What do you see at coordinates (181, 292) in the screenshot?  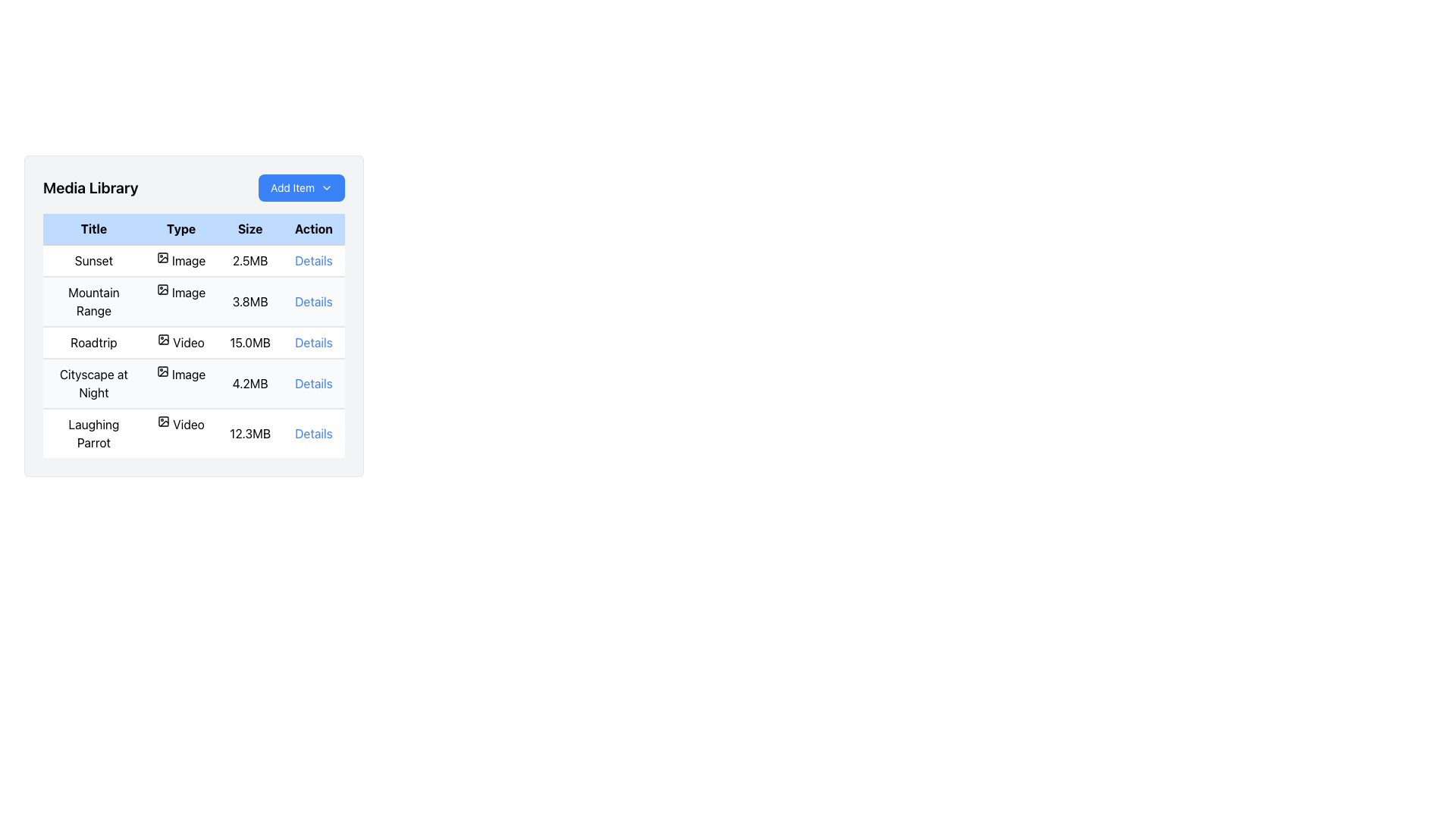 I see `the button-like graphical component displaying an icon and the text 'Image', located in the second row of the media library table under the 'Type' column` at bounding box center [181, 292].